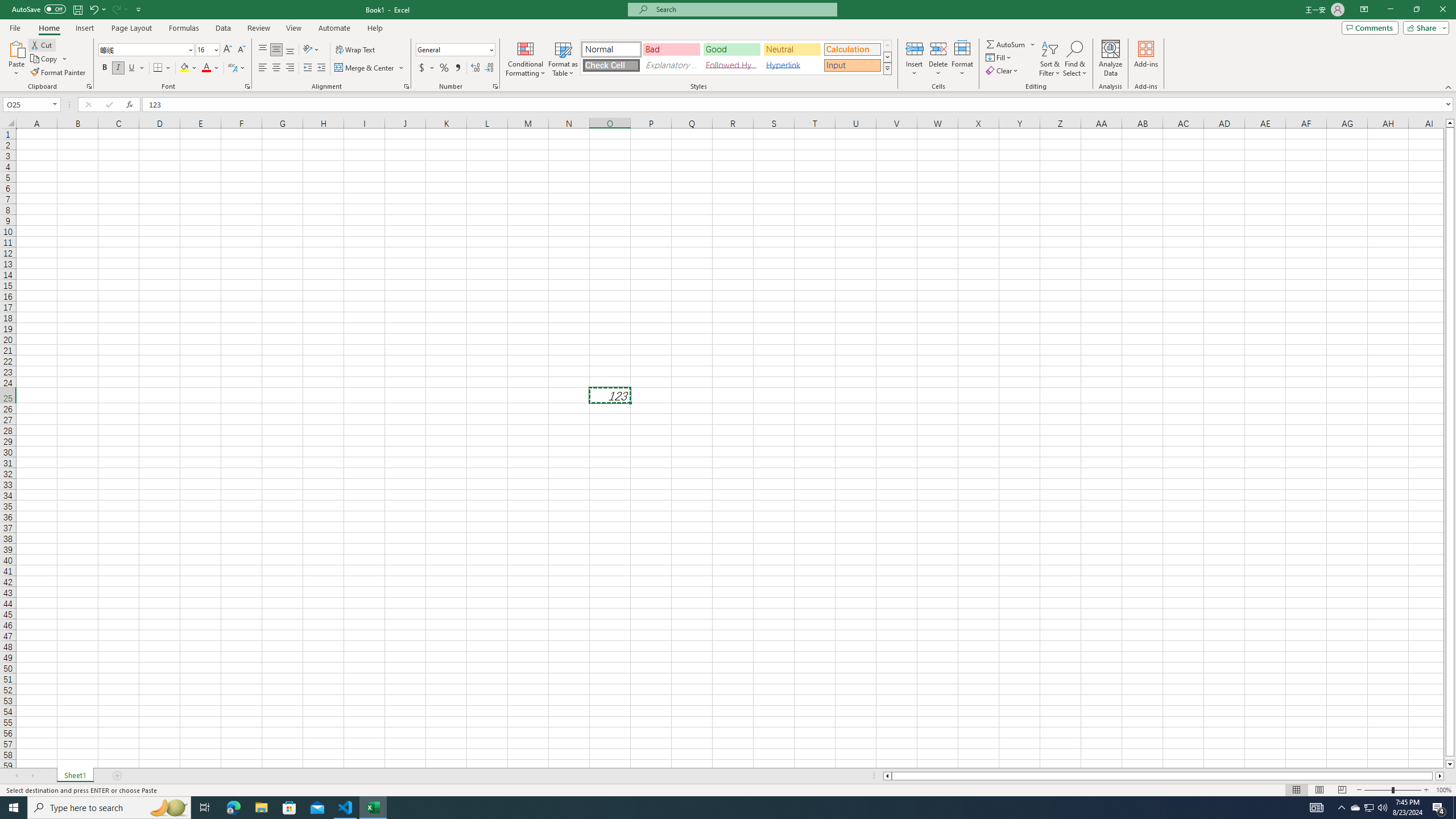  I want to click on 'Middle Align', so click(276, 49).